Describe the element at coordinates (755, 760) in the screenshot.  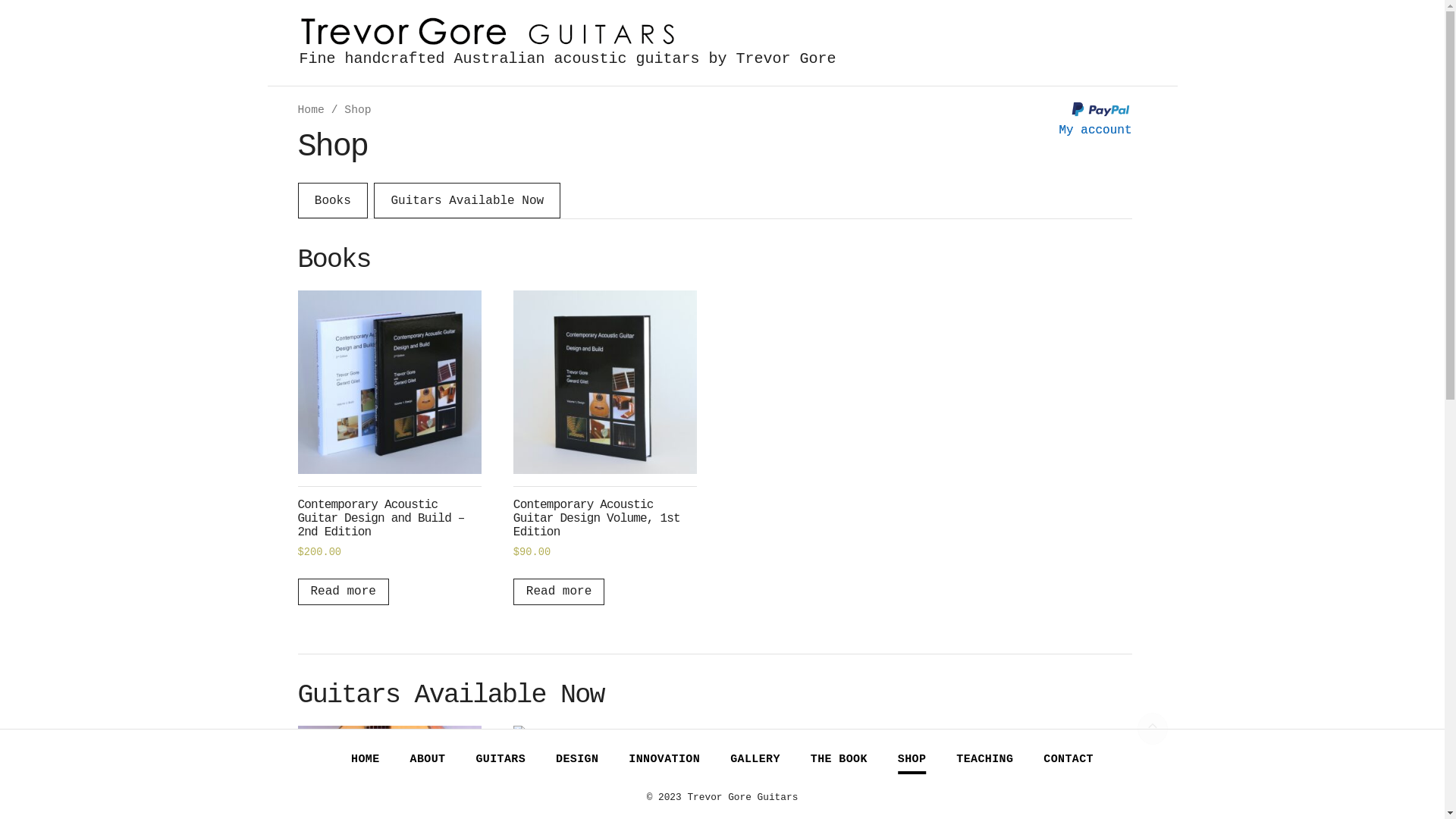
I see `'GALLERY'` at that location.